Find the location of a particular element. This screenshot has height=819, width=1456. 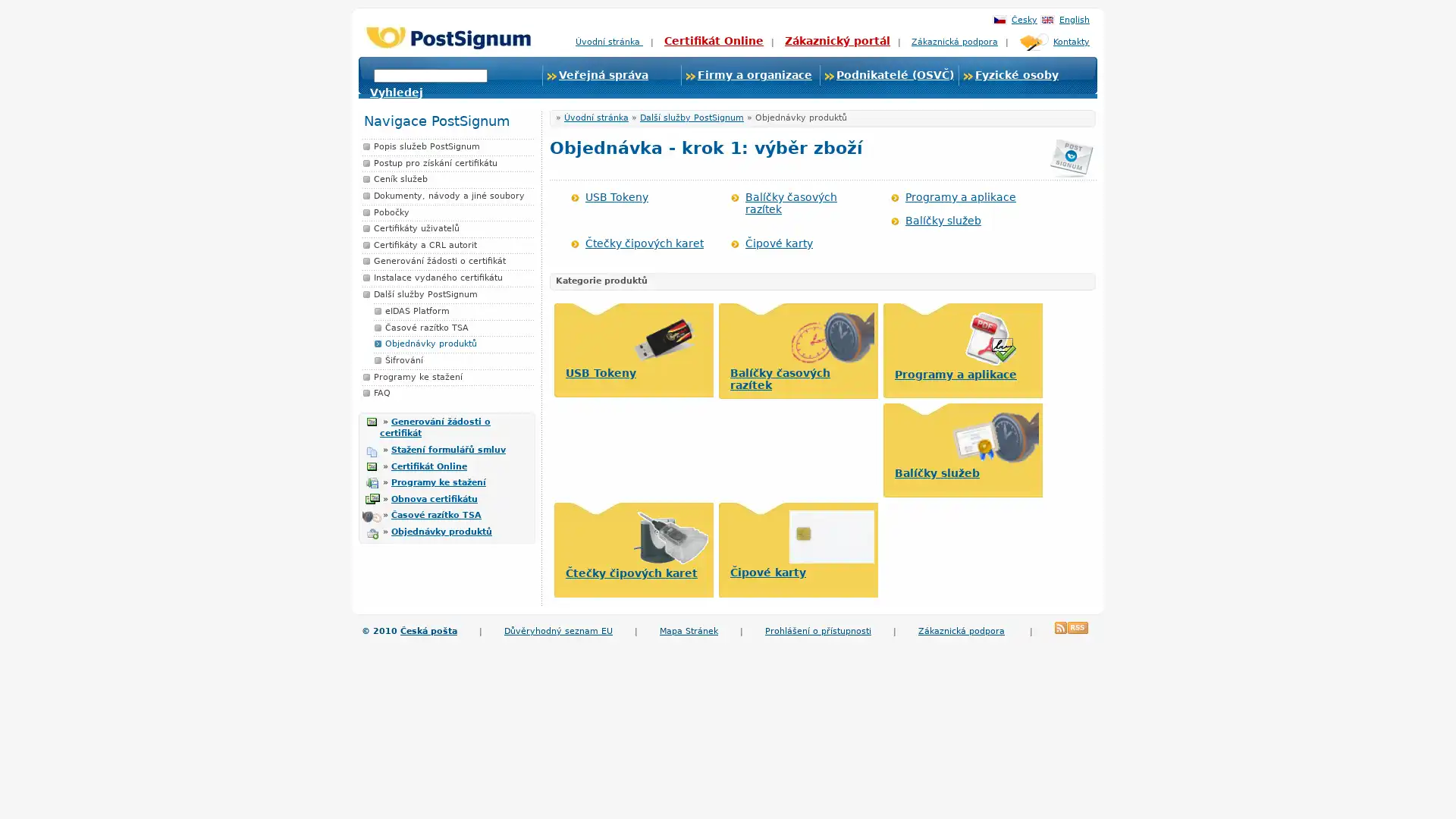

Vyhledej is located at coordinates (397, 93).